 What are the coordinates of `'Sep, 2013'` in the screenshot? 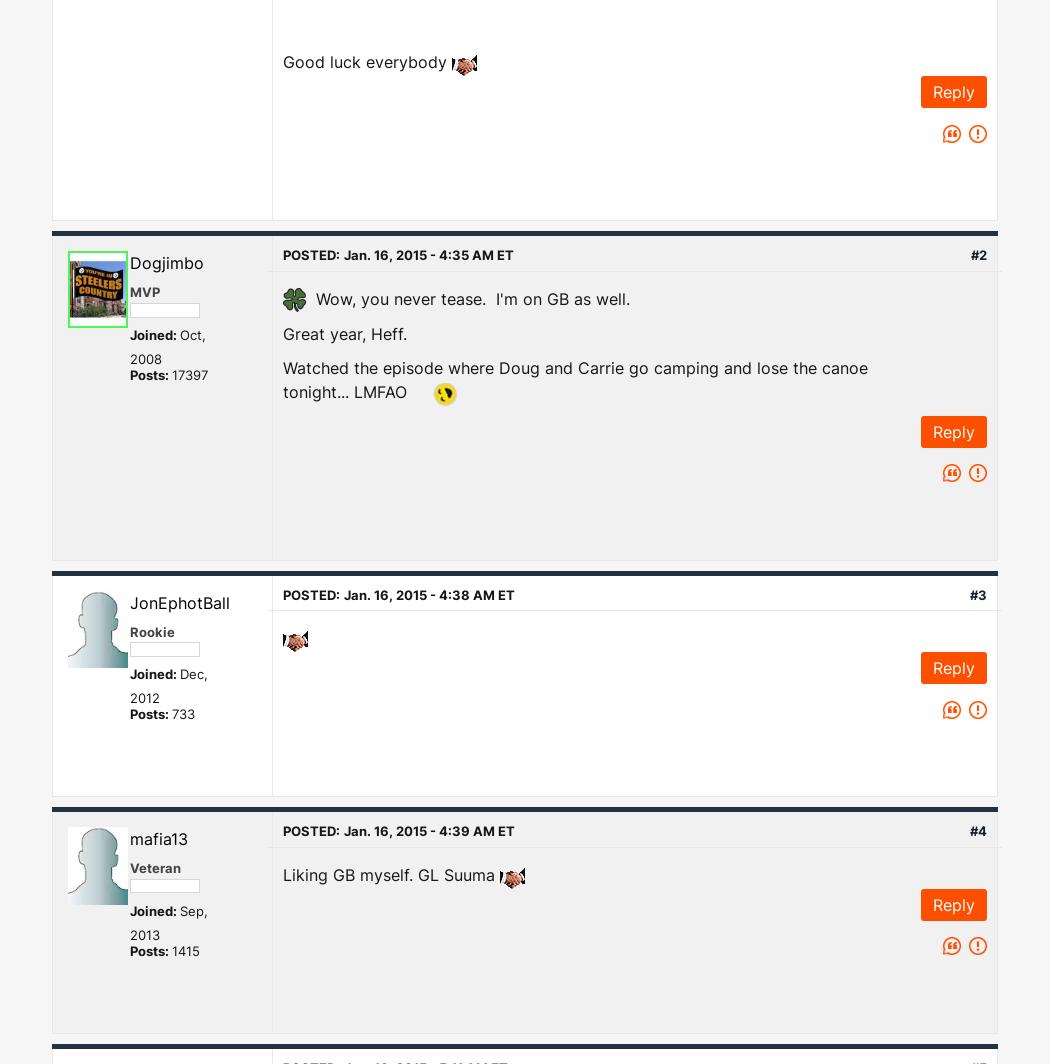 It's located at (169, 921).